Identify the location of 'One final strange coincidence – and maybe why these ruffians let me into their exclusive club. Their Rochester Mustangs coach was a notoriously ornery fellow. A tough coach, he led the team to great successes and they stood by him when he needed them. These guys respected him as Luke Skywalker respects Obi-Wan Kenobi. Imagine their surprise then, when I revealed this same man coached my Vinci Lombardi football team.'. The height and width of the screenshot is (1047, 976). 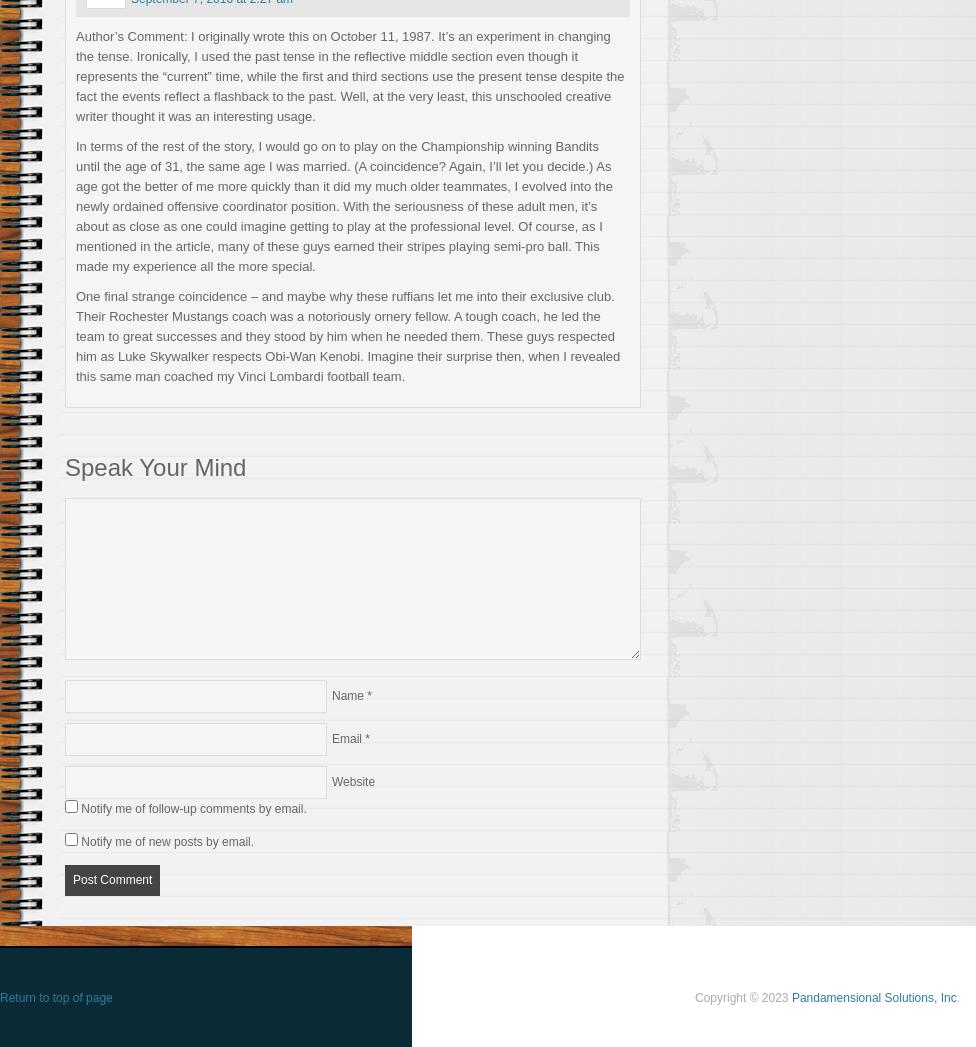
(76, 335).